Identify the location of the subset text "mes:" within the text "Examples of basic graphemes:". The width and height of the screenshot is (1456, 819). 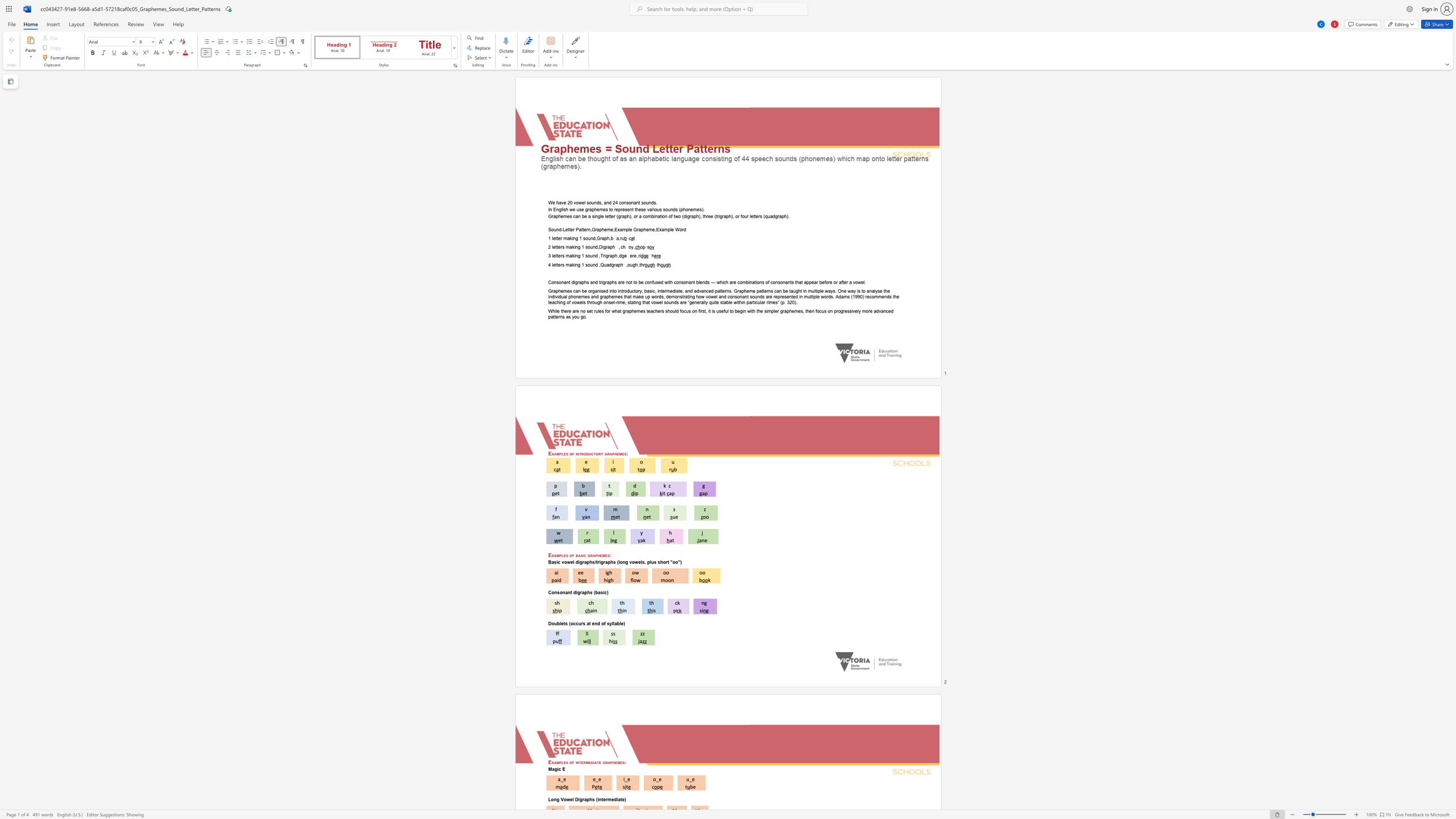
(601, 555).